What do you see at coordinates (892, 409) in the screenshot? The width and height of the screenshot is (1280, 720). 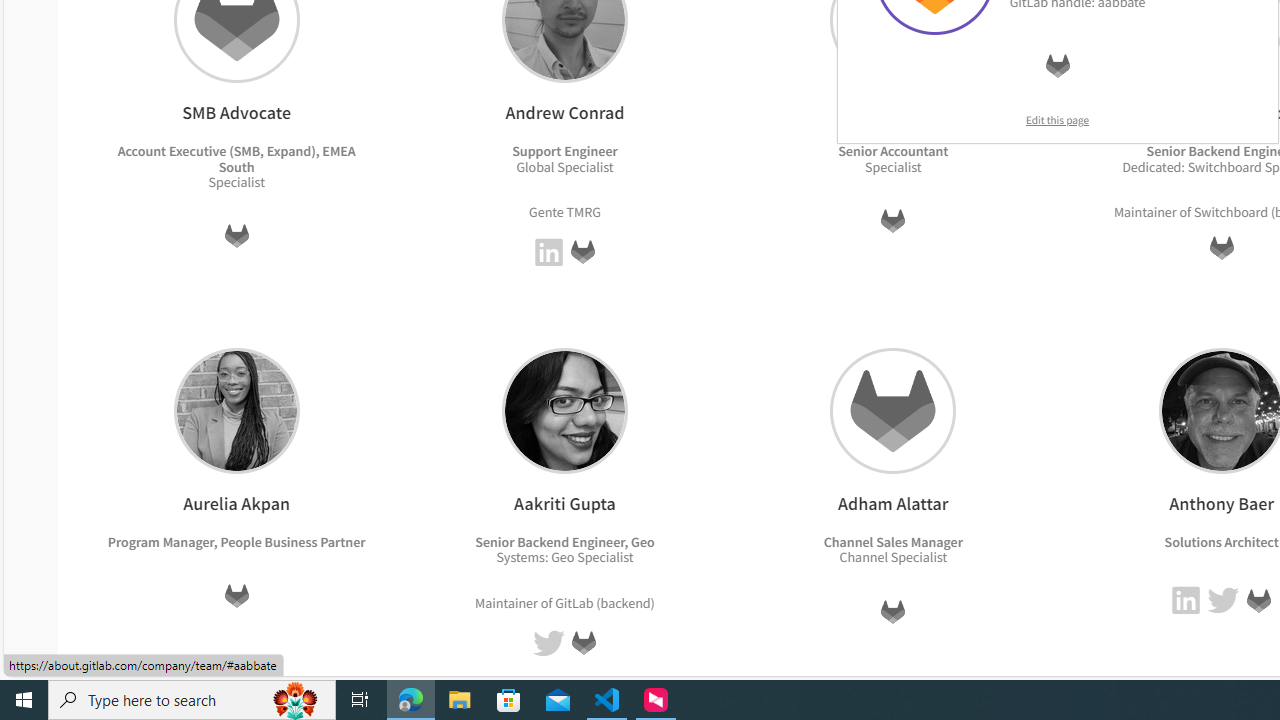 I see `'Adham Alattar'` at bounding box center [892, 409].